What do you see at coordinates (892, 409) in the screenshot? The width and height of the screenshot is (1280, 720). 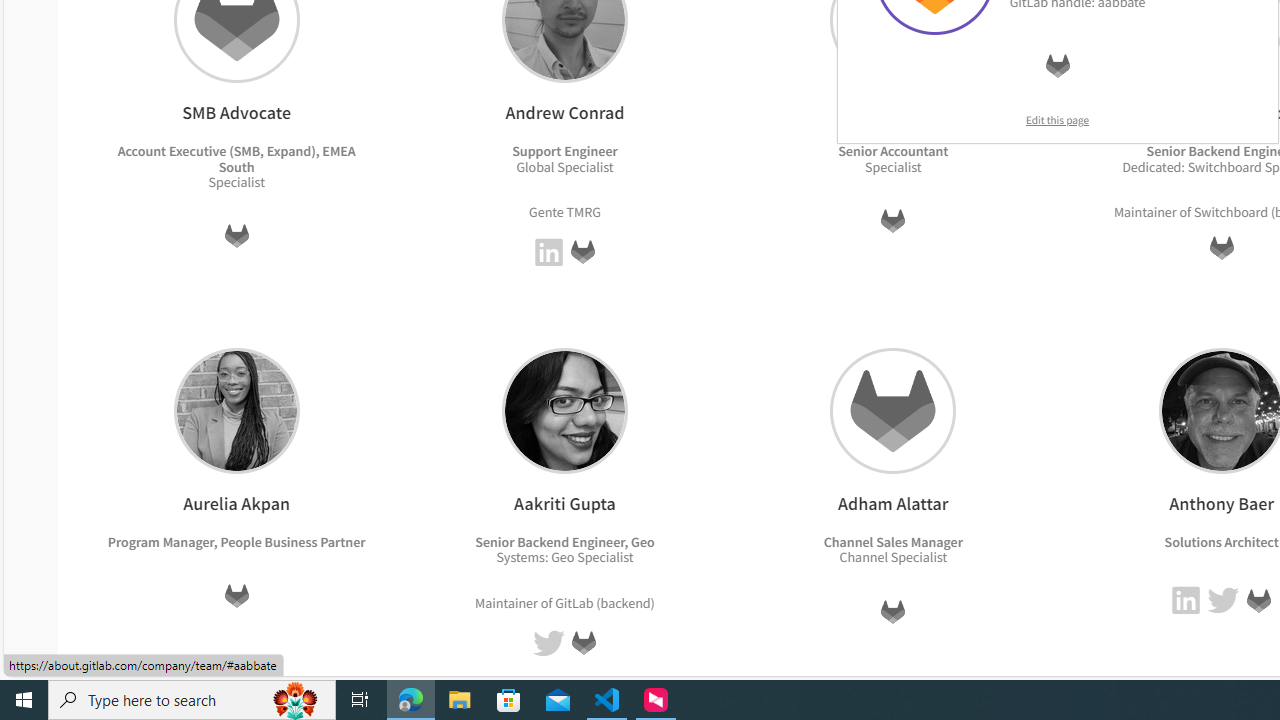 I see `'Adham Alattar'` at bounding box center [892, 409].